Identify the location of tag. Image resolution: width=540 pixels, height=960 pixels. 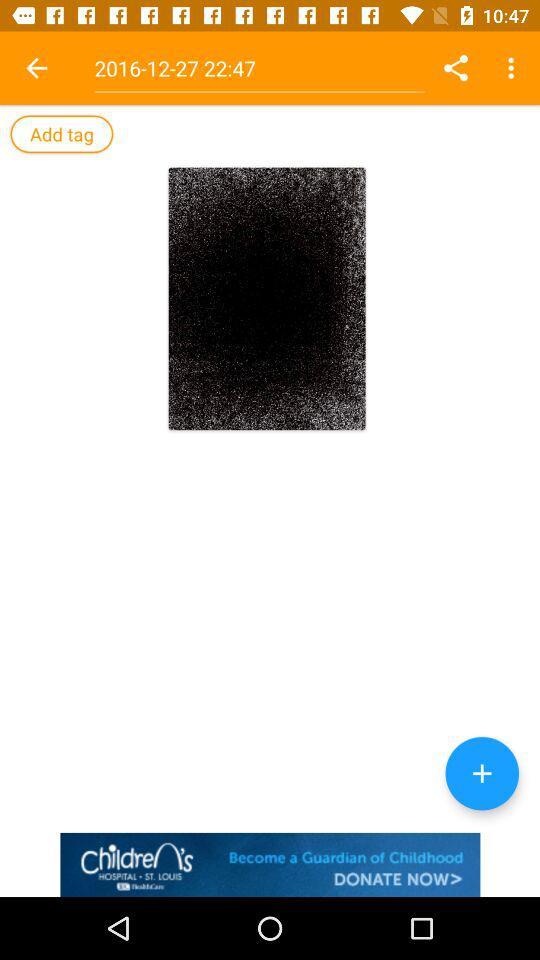
(61, 133).